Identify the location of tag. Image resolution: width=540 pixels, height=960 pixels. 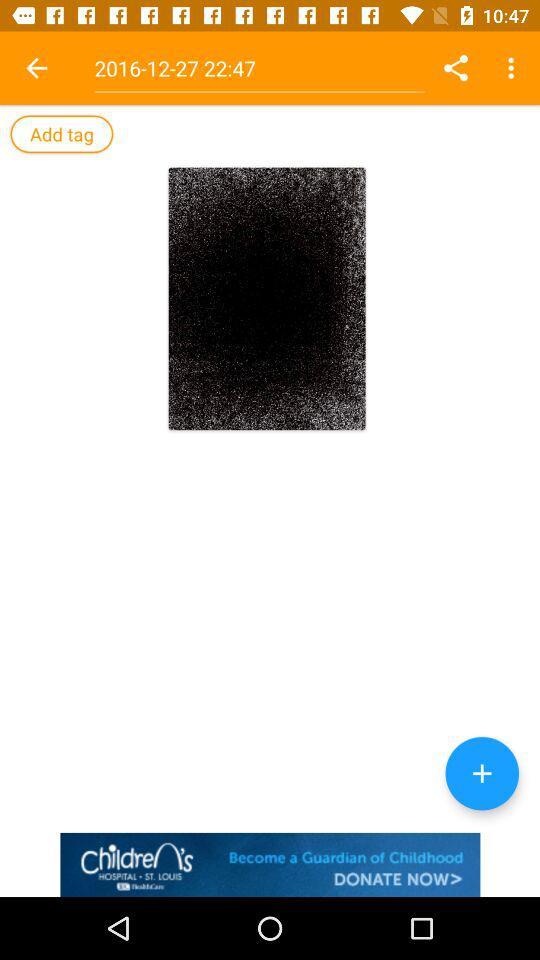
(61, 133).